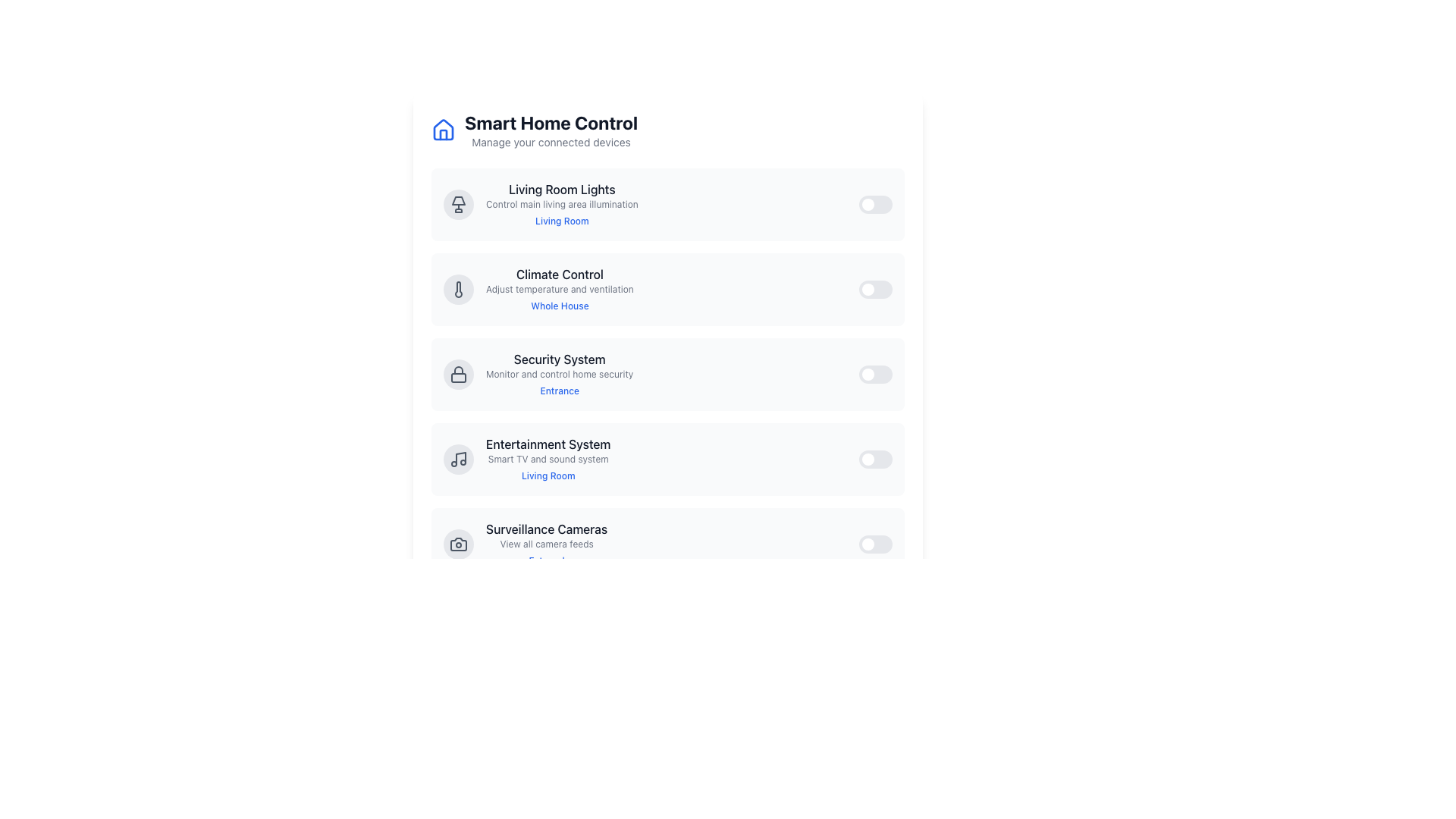 This screenshot has height=819, width=1456. What do you see at coordinates (457, 543) in the screenshot?
I see `the dark camera icon located in the 'Surveillance Cameras' section, positioned on the left side of the section, to interact with it` at bounding box center [457, 543].